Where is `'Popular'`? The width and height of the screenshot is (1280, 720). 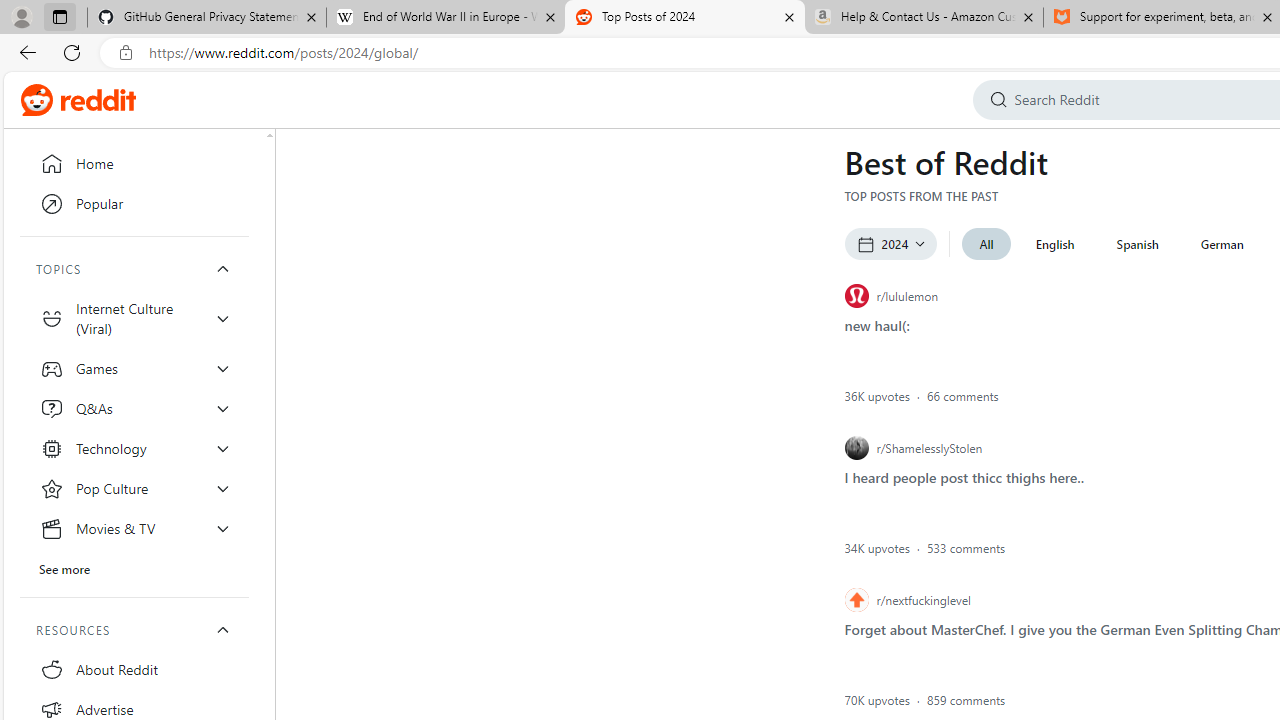 'Popular' is located at coordinates (134, 204).